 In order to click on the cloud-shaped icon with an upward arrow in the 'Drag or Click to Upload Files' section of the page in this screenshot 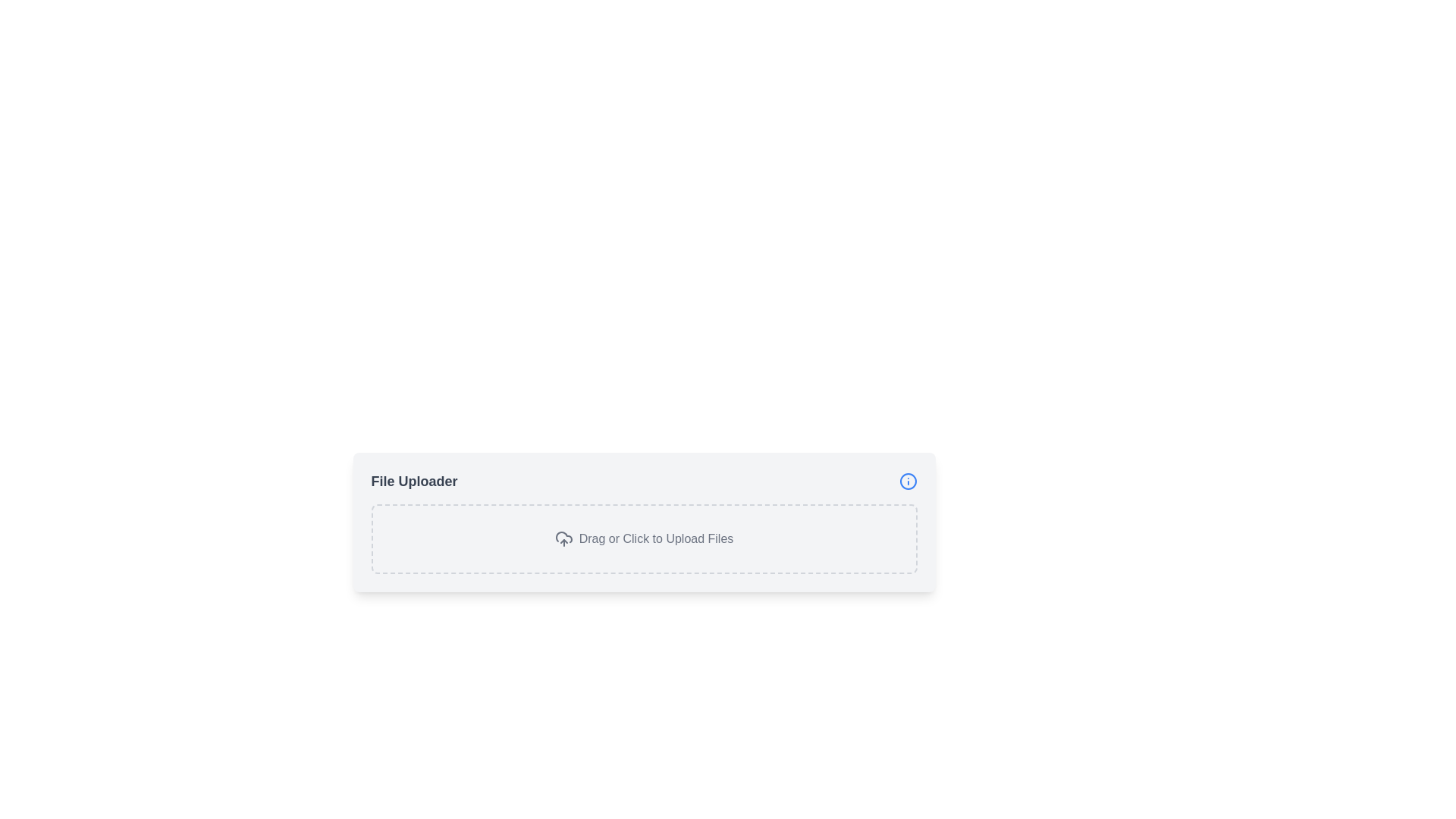, I will do `click(563, 538)`.